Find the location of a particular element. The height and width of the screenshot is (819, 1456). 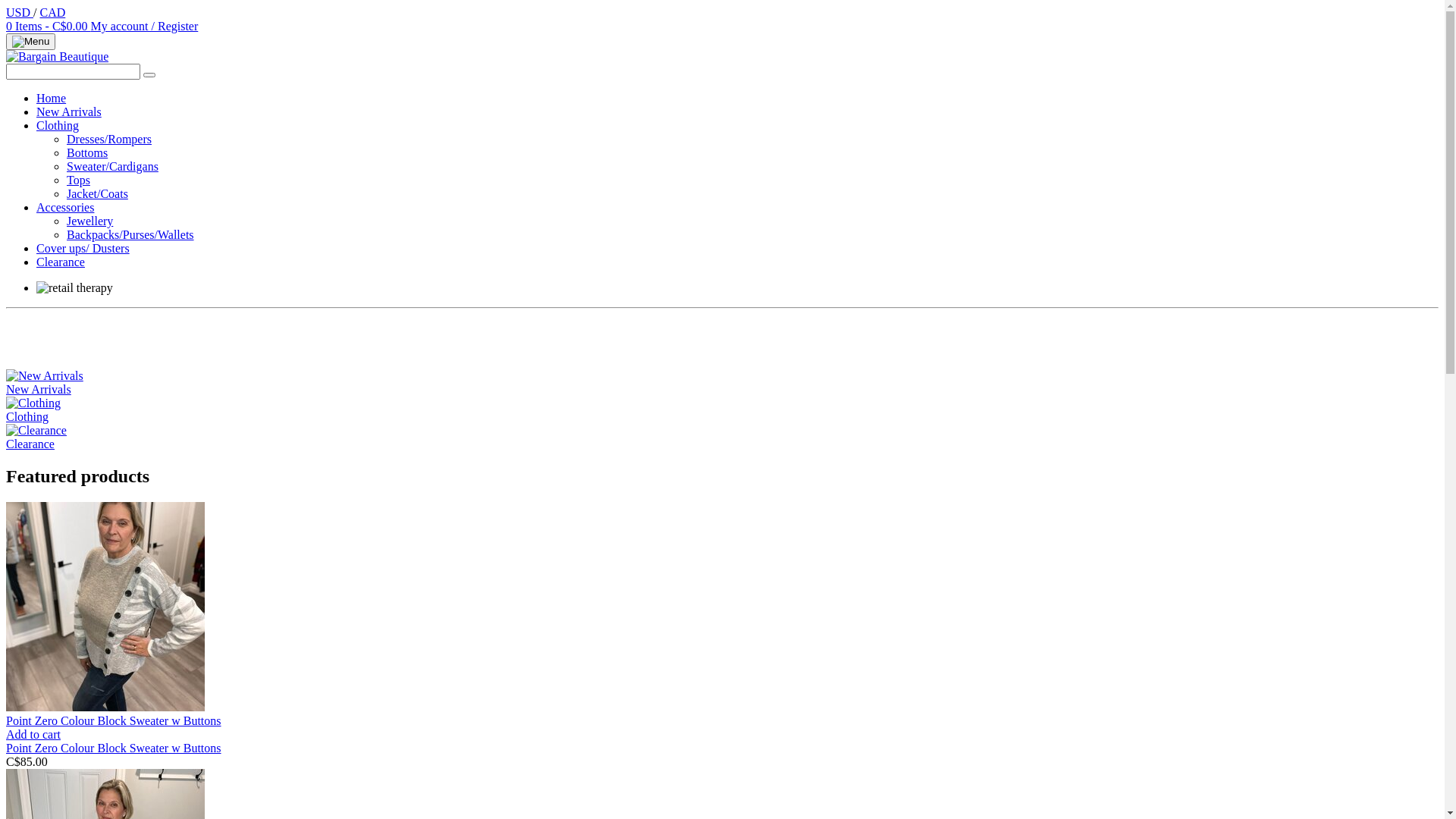

'Bargain Beautique ' is located at coordinates (57, 55).